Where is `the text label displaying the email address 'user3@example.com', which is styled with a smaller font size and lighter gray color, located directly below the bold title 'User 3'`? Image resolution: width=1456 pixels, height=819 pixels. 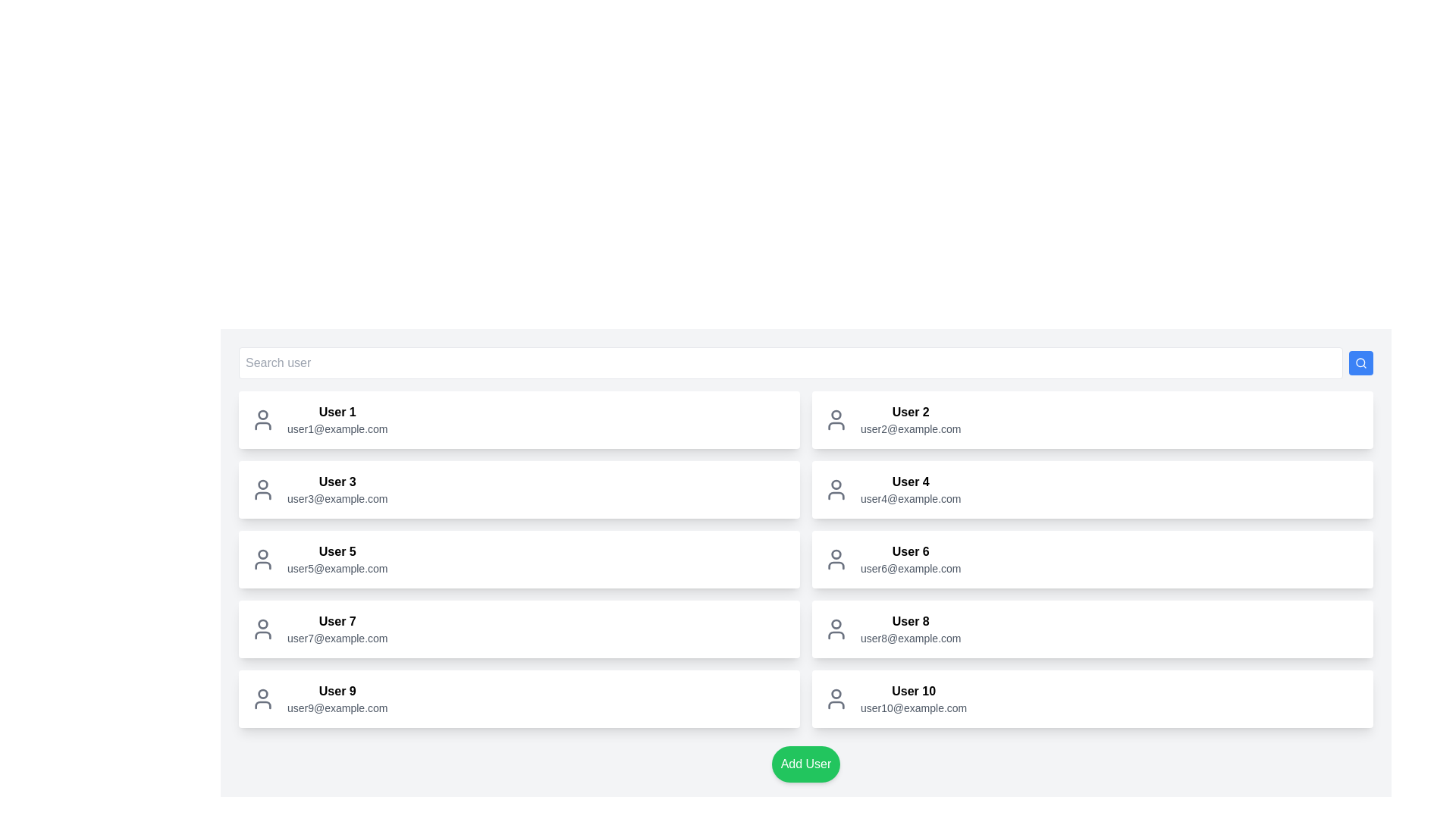
the text label displaying the email address 'user3@example.com', which is styled with a smaller font size and lighter gray color, located directly below the bold title 'User 3' is located at coordinates (337, 499).